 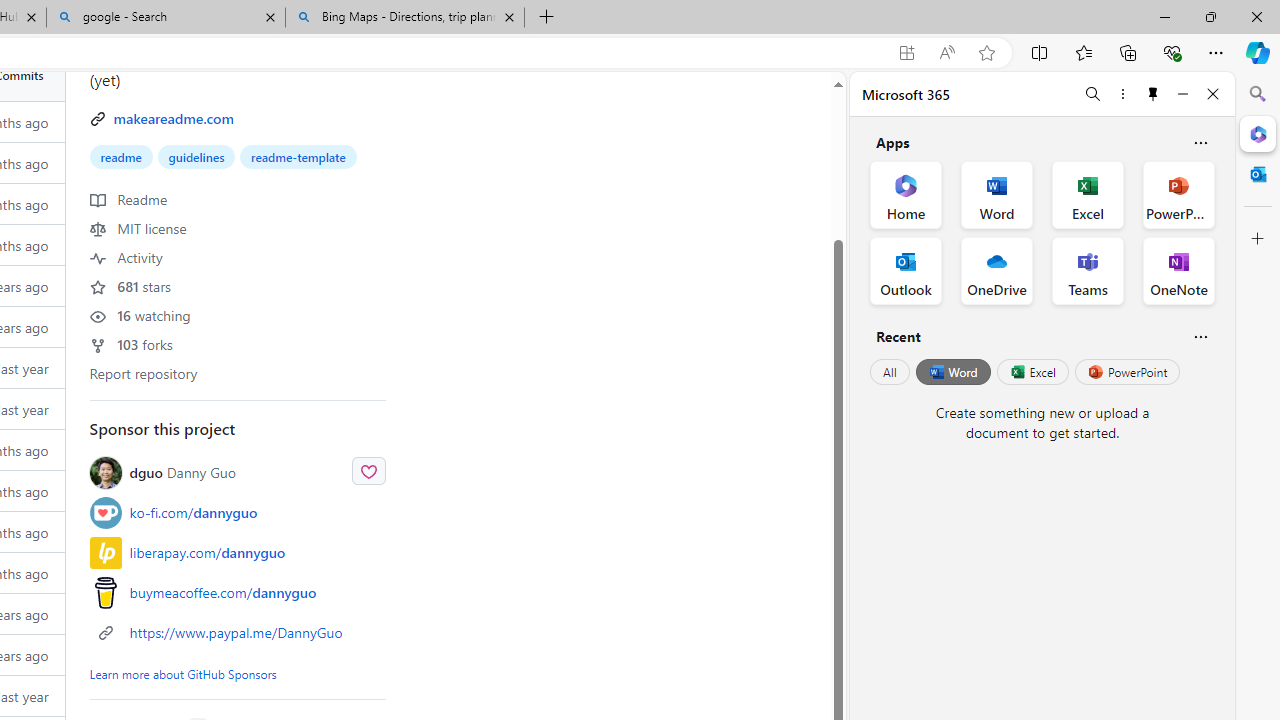 What do you see at coordinates (120, 155) in the screenshot?
I see `'readme'` at bounding box center [120, 155].